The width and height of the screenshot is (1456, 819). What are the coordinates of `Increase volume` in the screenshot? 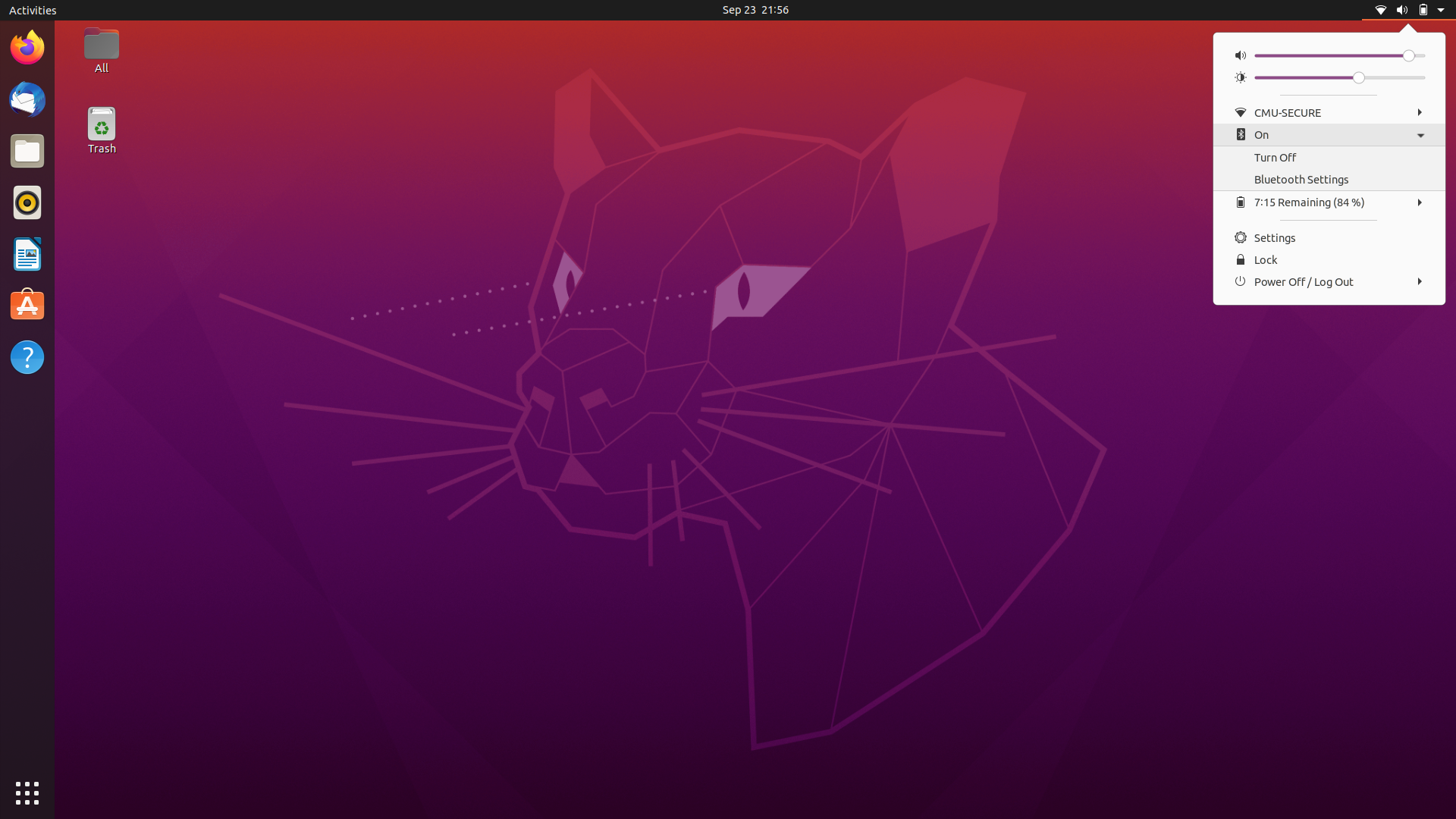 It's located at (2703064, 11056).